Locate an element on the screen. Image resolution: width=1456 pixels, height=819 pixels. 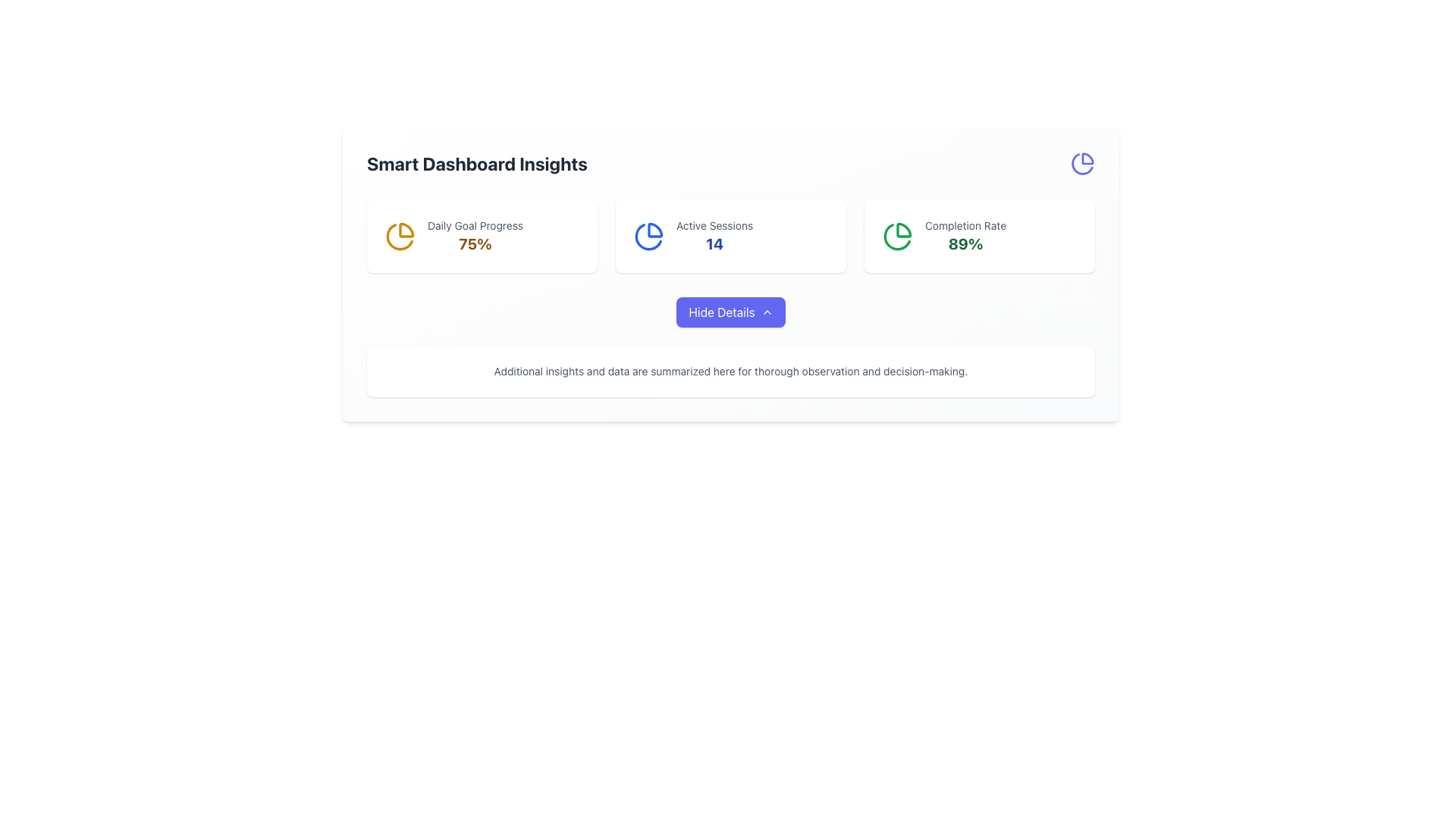
text 'Active Sessions' displayed in the static informational display showing the number of active sessions in the dashboard, located between the 'Daily Goal Progress' and 'Completion Rate' panels is located at coordinates (714, 237).